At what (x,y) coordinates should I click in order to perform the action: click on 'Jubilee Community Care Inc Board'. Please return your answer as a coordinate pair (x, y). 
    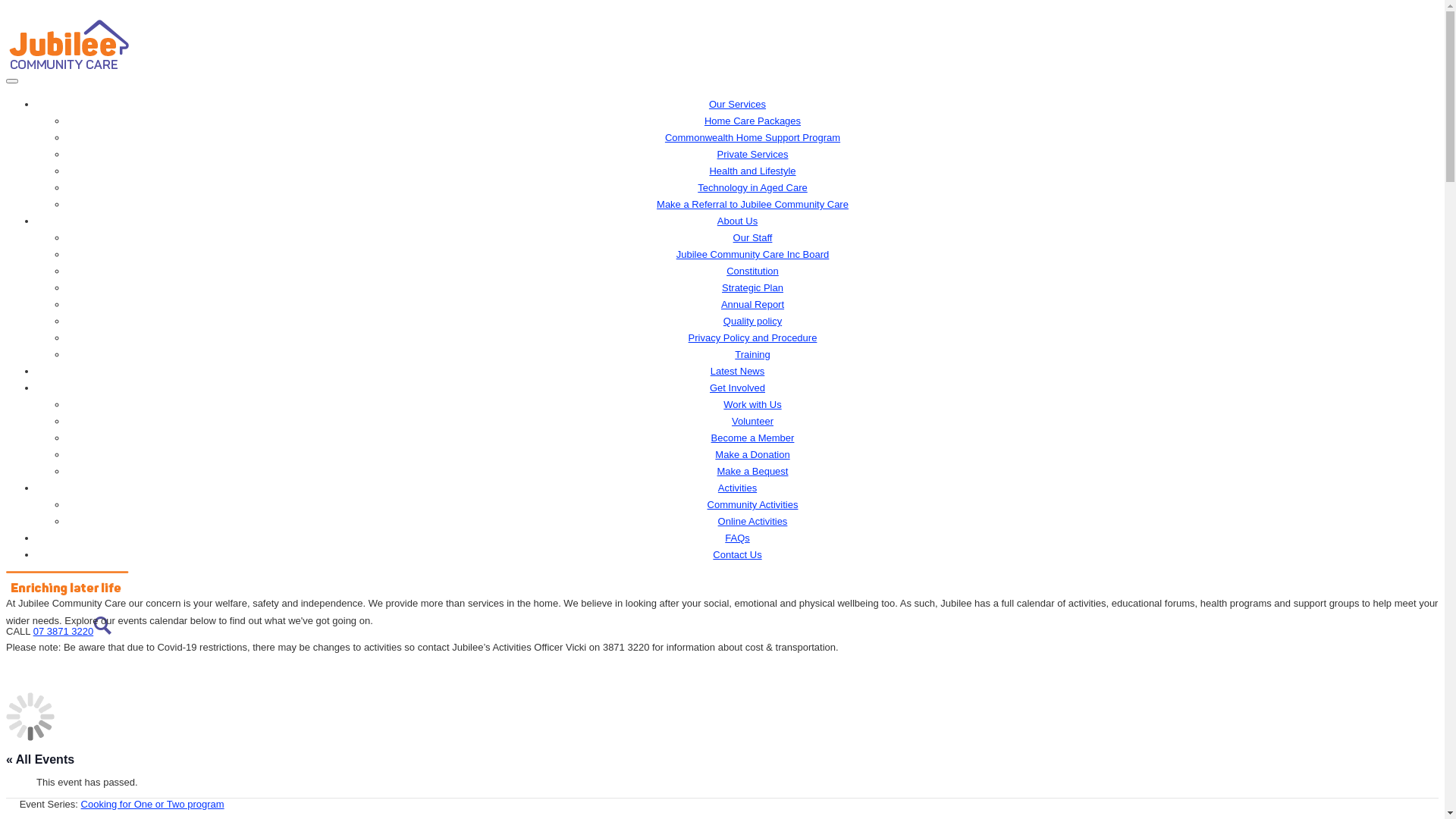
    Looking at the image, I should click on (671, 253).